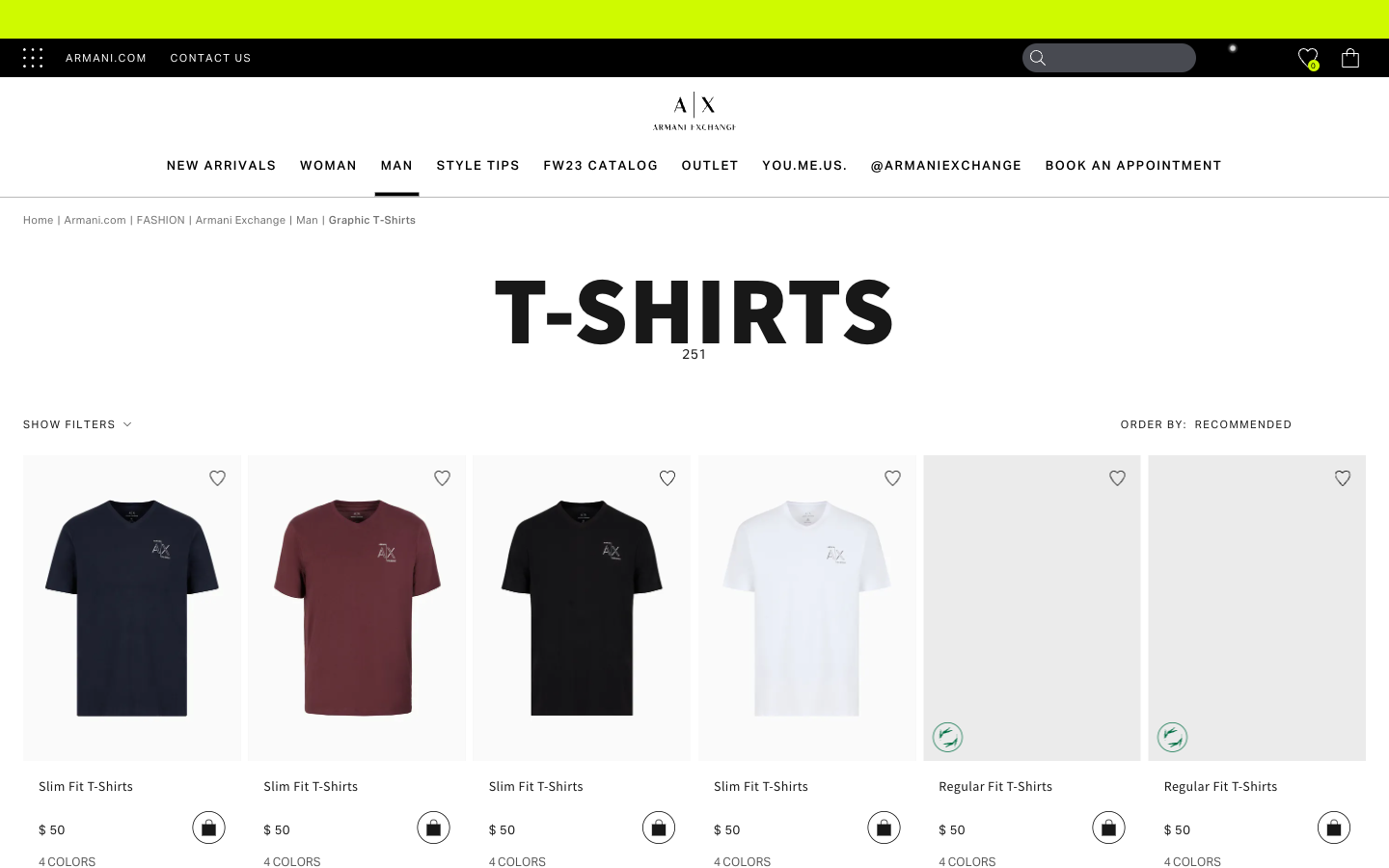  I want to click on the Graphic T-shirts section using the menu bar, so click(371, 218).